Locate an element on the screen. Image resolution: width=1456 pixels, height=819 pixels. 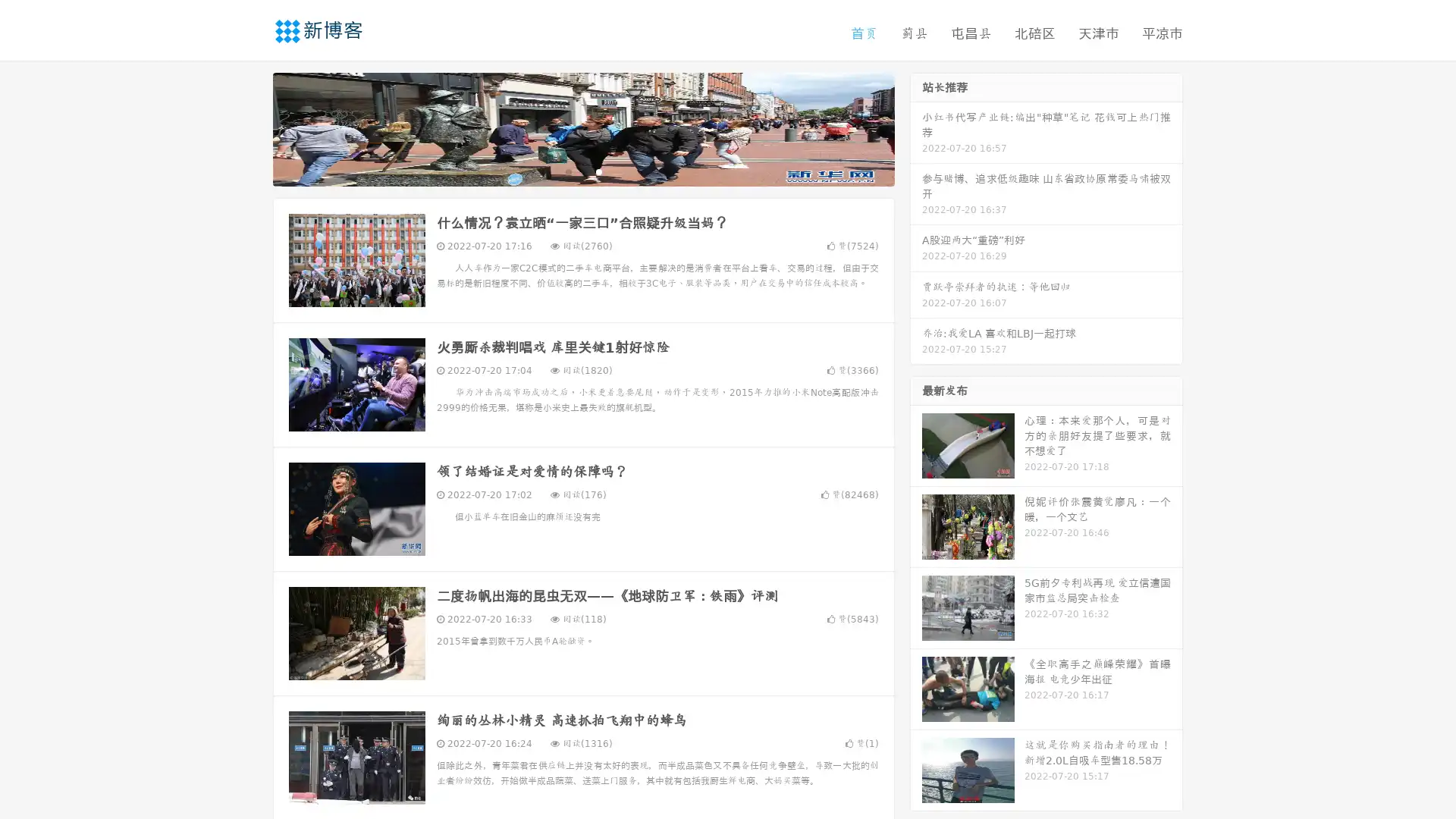
Go to slide 3 is located at coordinates (598, 171).